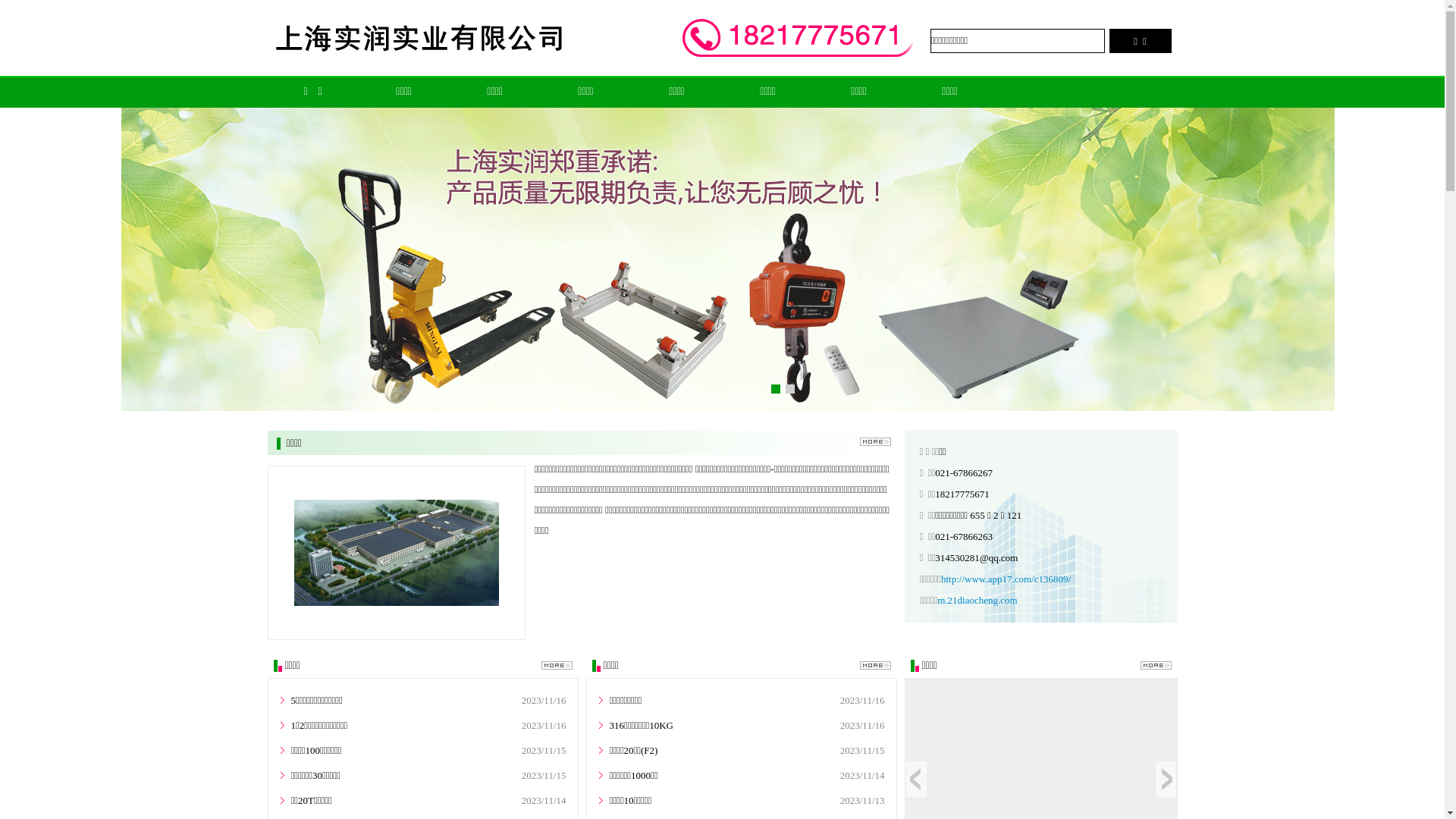 This screenshot has height=819, width=1456. I want to click on 'http://www.app17.com/c136809/', so click(1006, 579).